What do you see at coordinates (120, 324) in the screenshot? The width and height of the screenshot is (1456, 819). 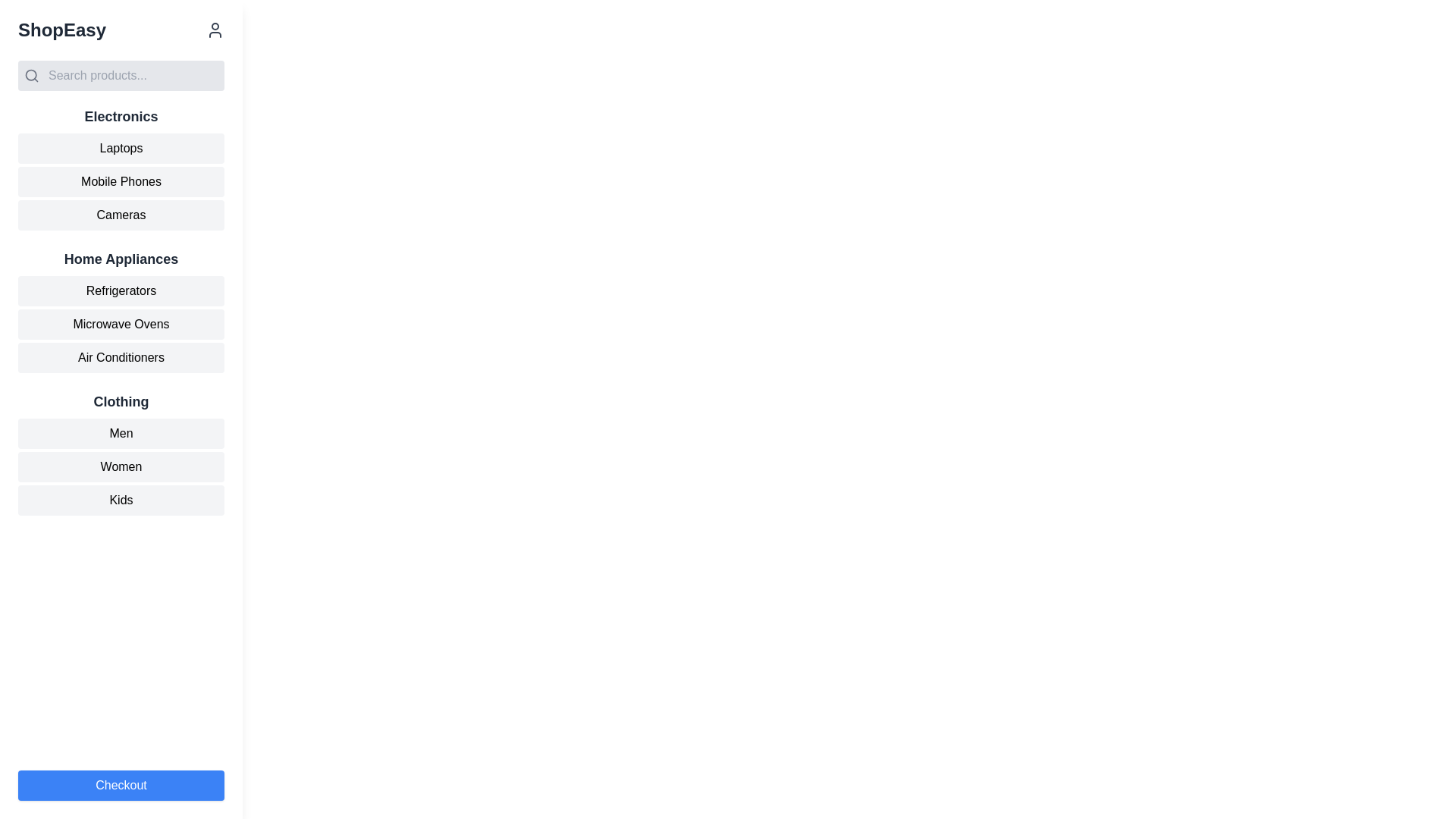 I see `the 'Microwave Ovens' category button, which is the second item in the vertical list under 'Home Appliances' in the left panel` at bounding box center [120, 324].